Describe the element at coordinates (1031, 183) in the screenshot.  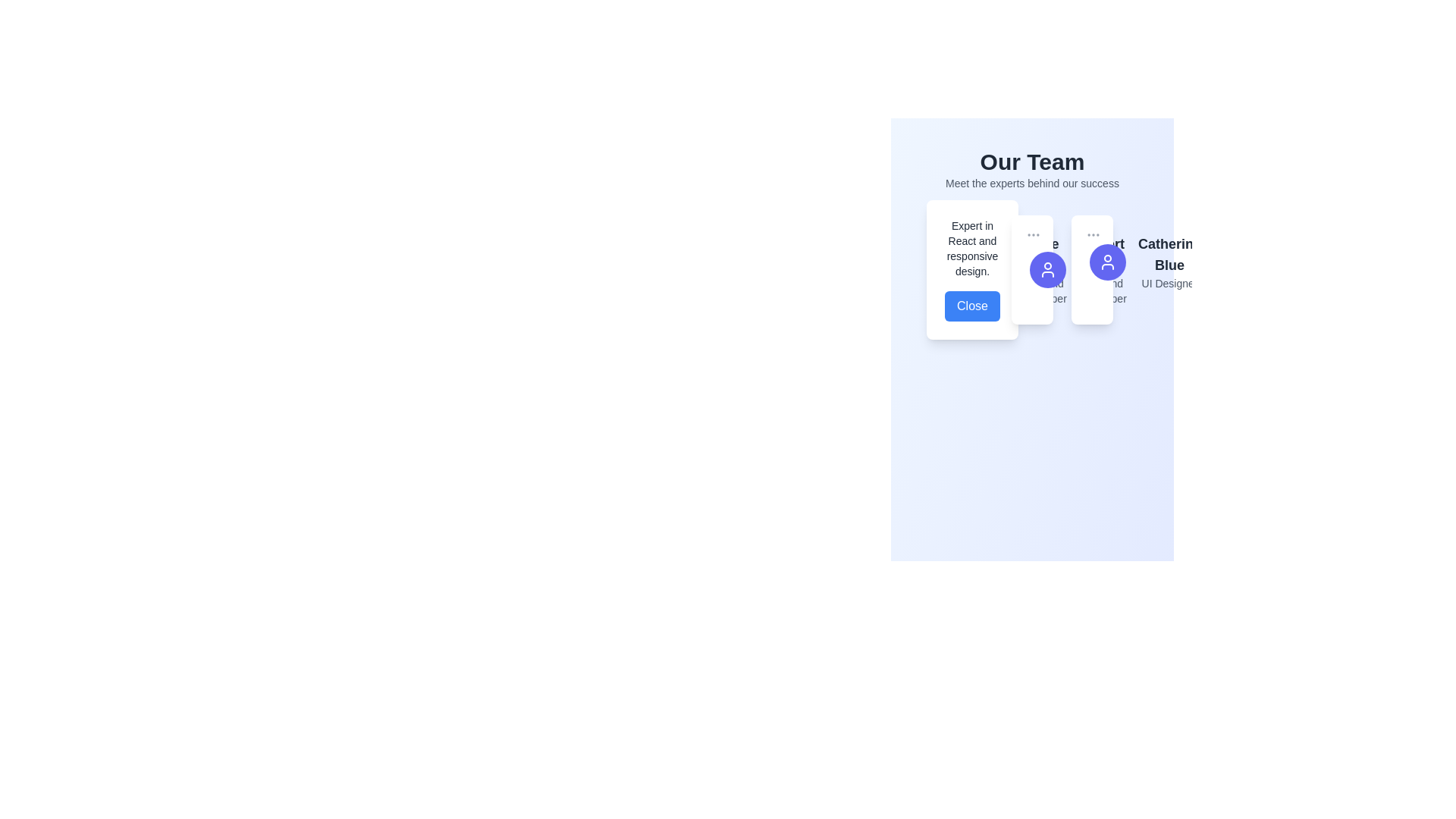
I see `the static text label reading 'Meet the experts behind our success', which is positioned directly below the heading 'Our Team'` at that location.